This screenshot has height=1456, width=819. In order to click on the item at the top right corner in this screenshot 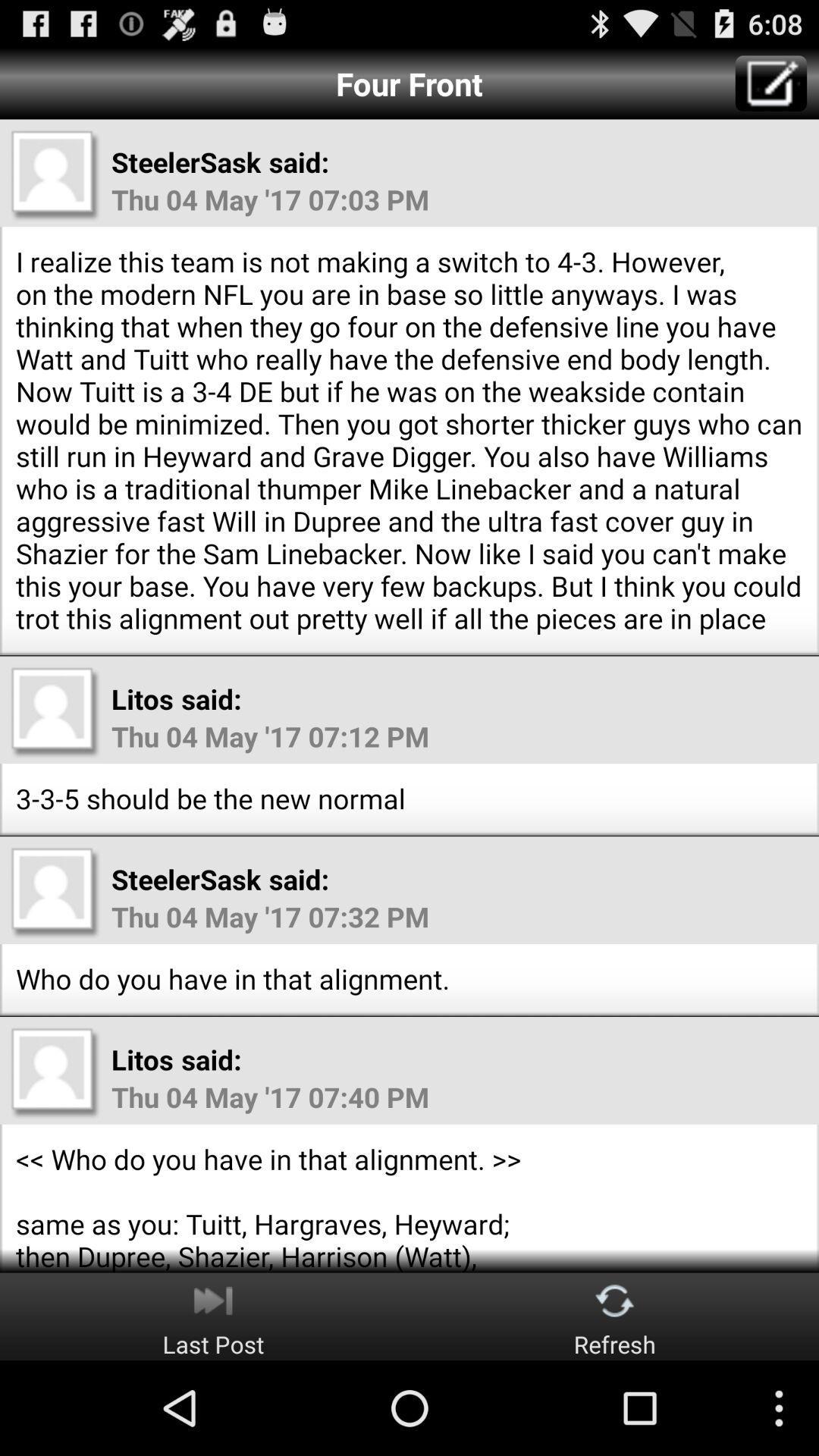, I will do `click(771, 83)`.